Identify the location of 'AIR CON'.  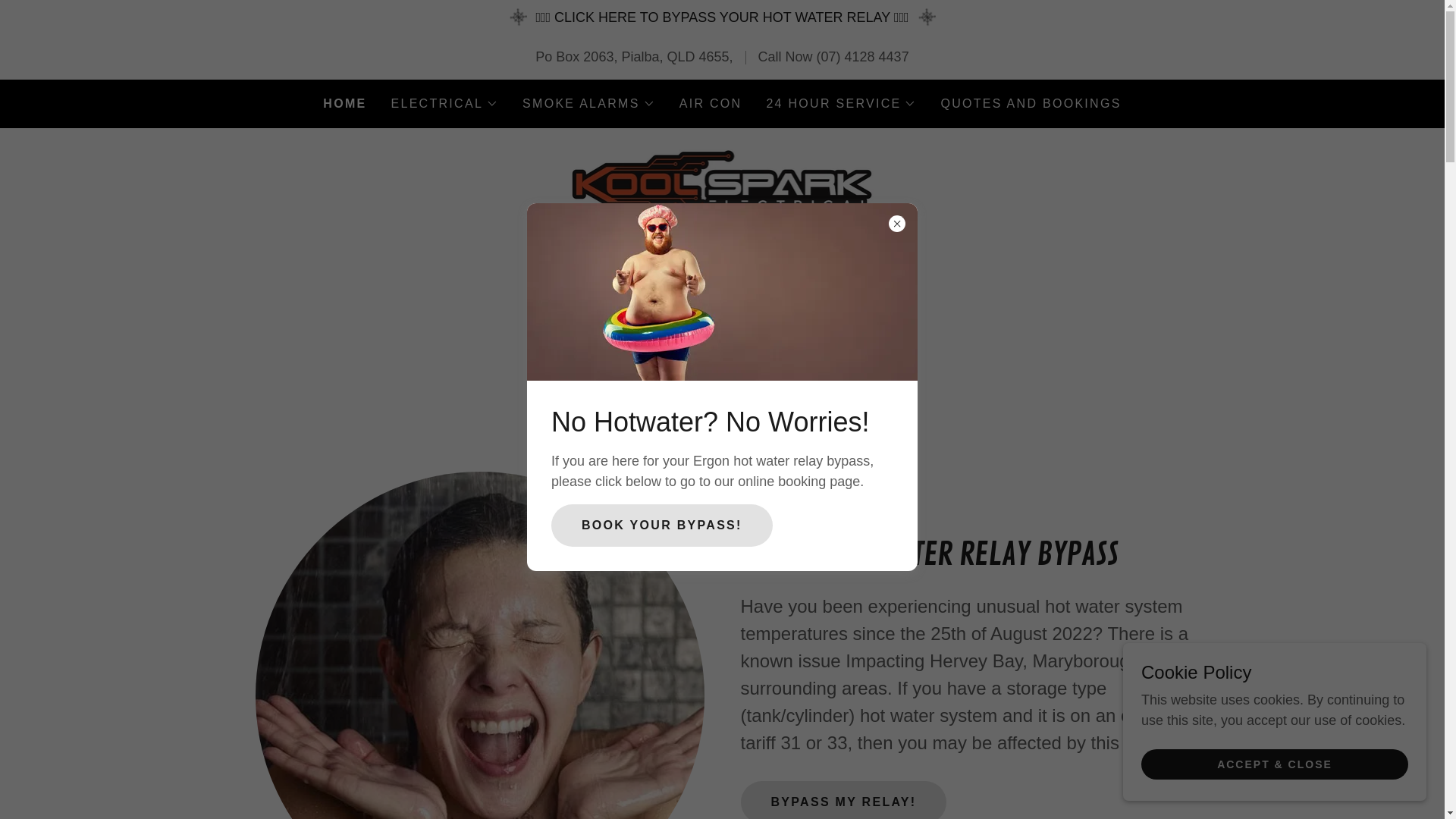
(710, 103).